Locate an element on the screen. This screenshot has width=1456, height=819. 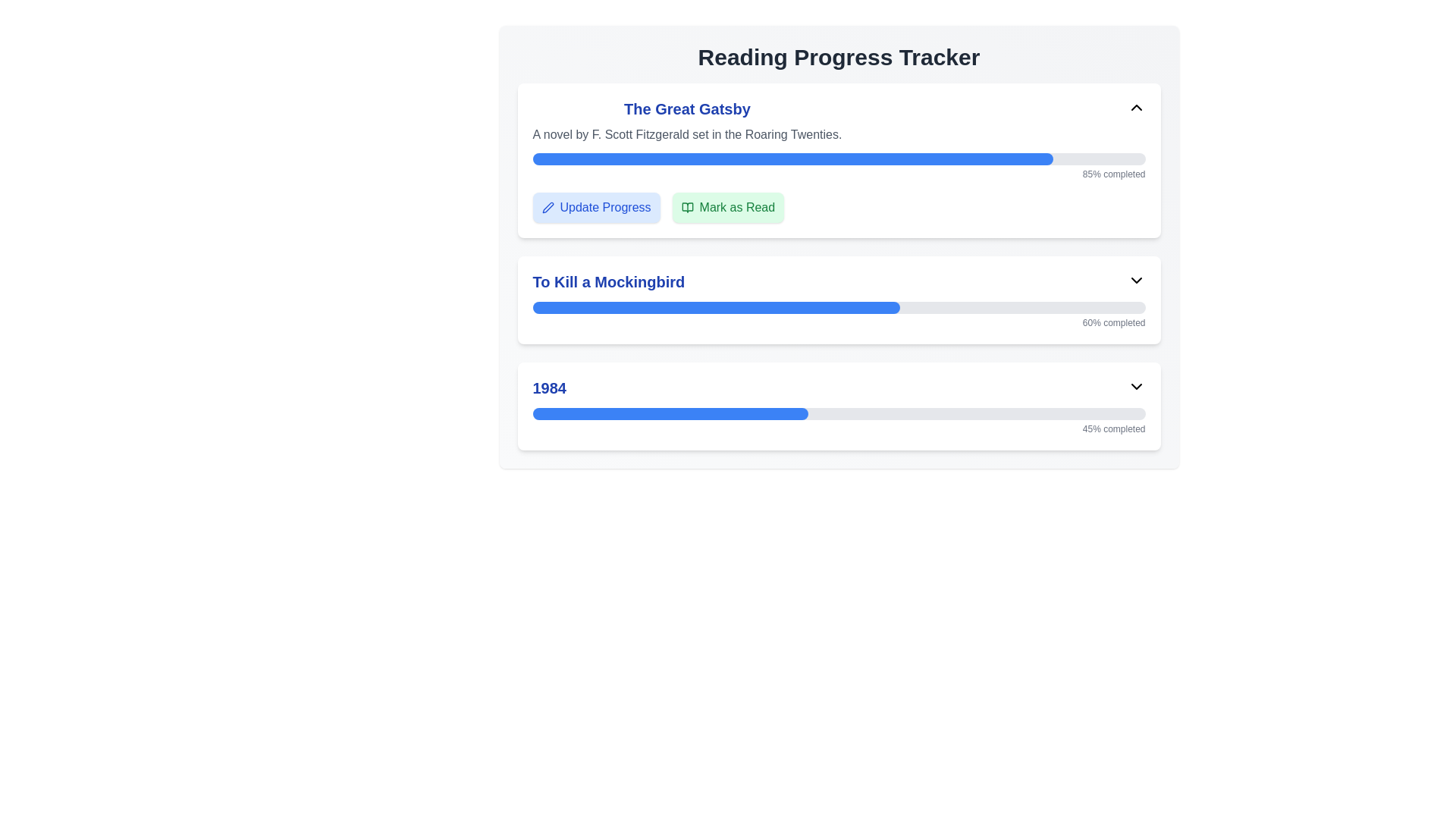
the text label for the book entry in the reading tracker interface, located beneath 'To Kill a Mockingbird' and adjacent to the progress bar is located at coordinates (548, 388).